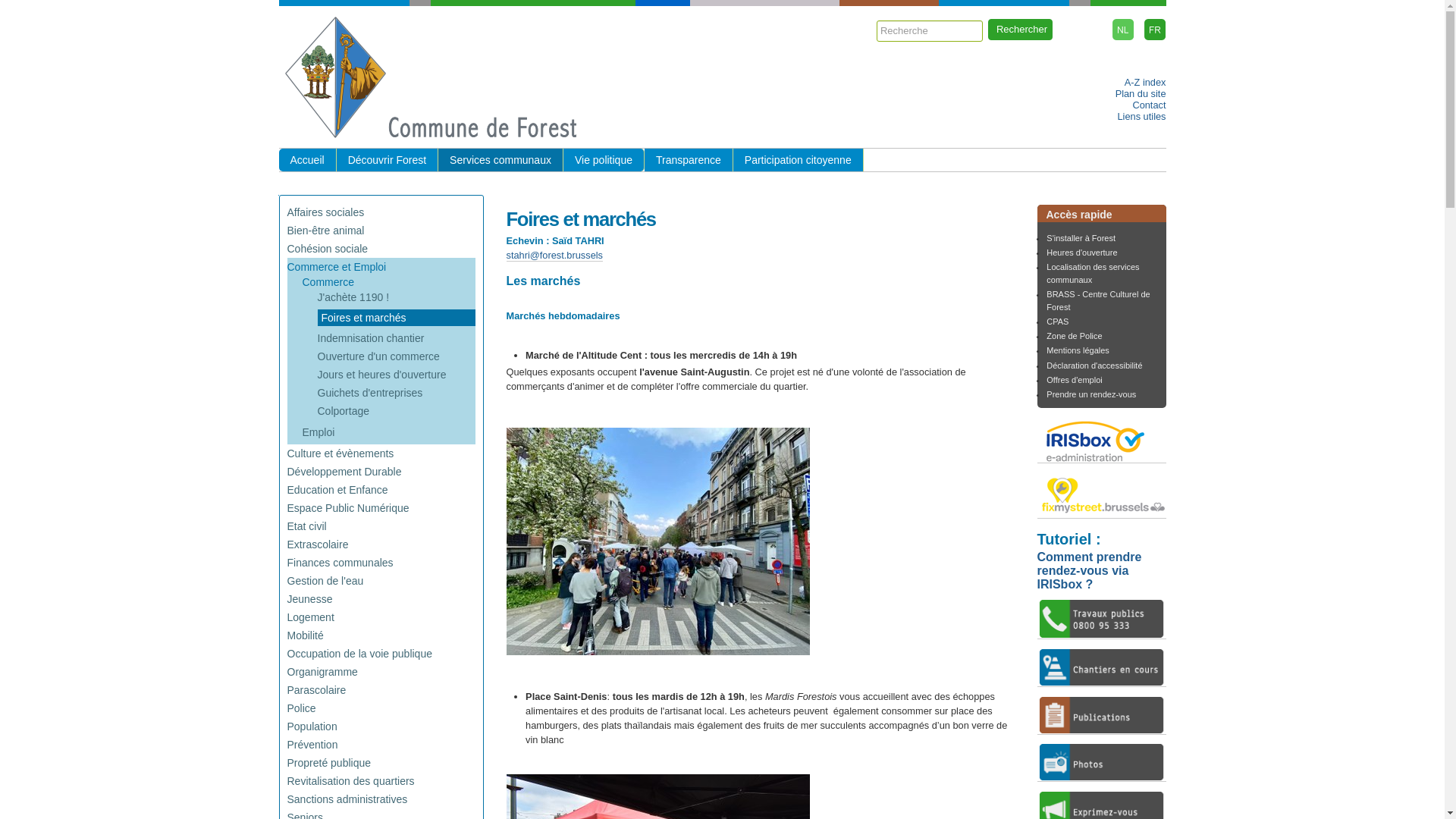  What do you see at coordinates (1141, 115) in the screenshot?
I see `'Liens utiles'` at bounding box center [1141, 115].